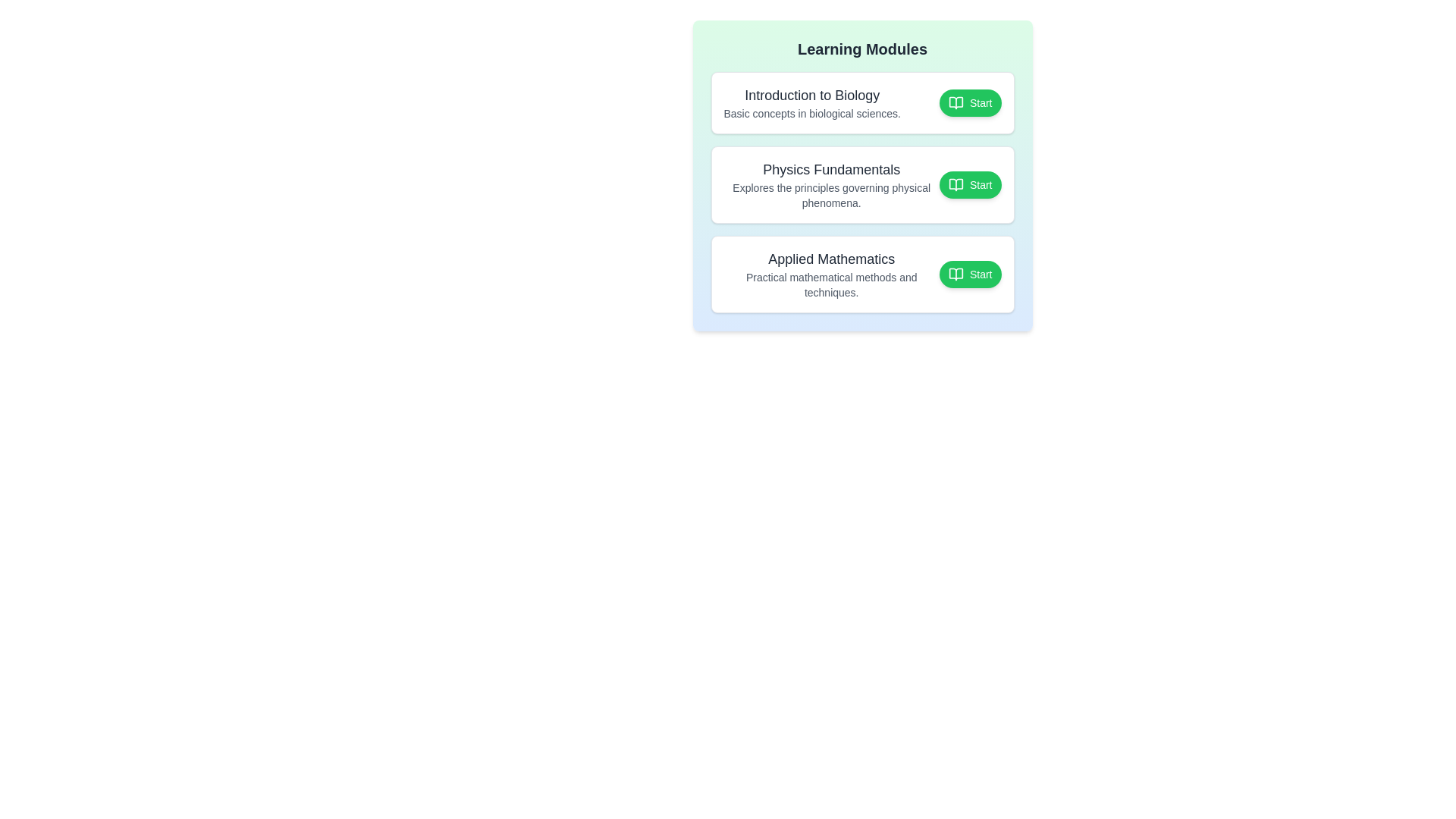 The image size is (1456, 819). What do you see at coordinates (968, 275) in the screenshot?
I see `the 'Start' button of the module titled 'Applied Mathematics' to toggle its completion state` at bounding box center [968, 275].